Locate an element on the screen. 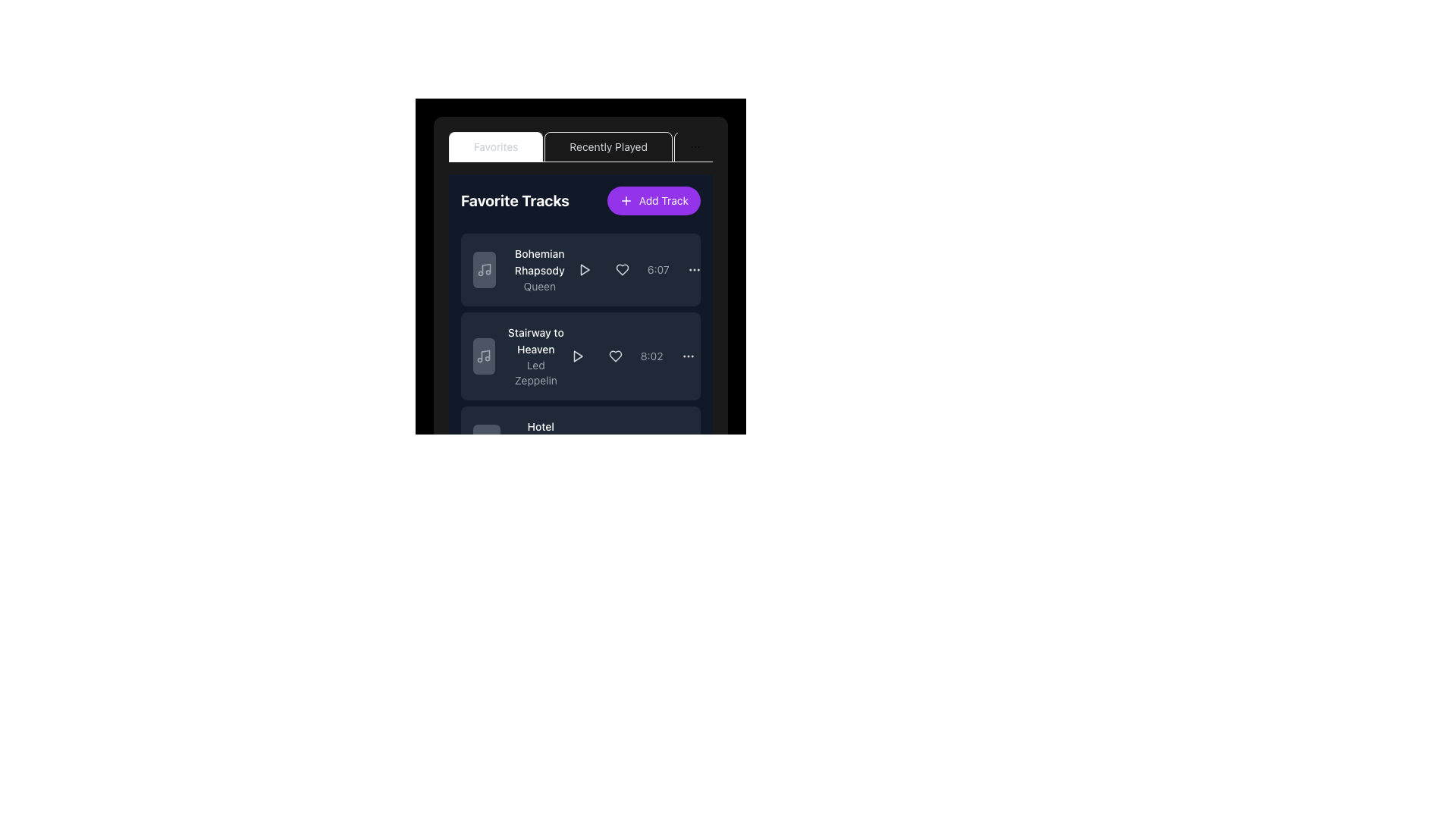 The width and height of the screenshot is (1456, 819). the music note icon located to the left of the 'Stairway to Heaven' list item in the 'Favorite Tracks' panel is located at coordinates (485, 355).